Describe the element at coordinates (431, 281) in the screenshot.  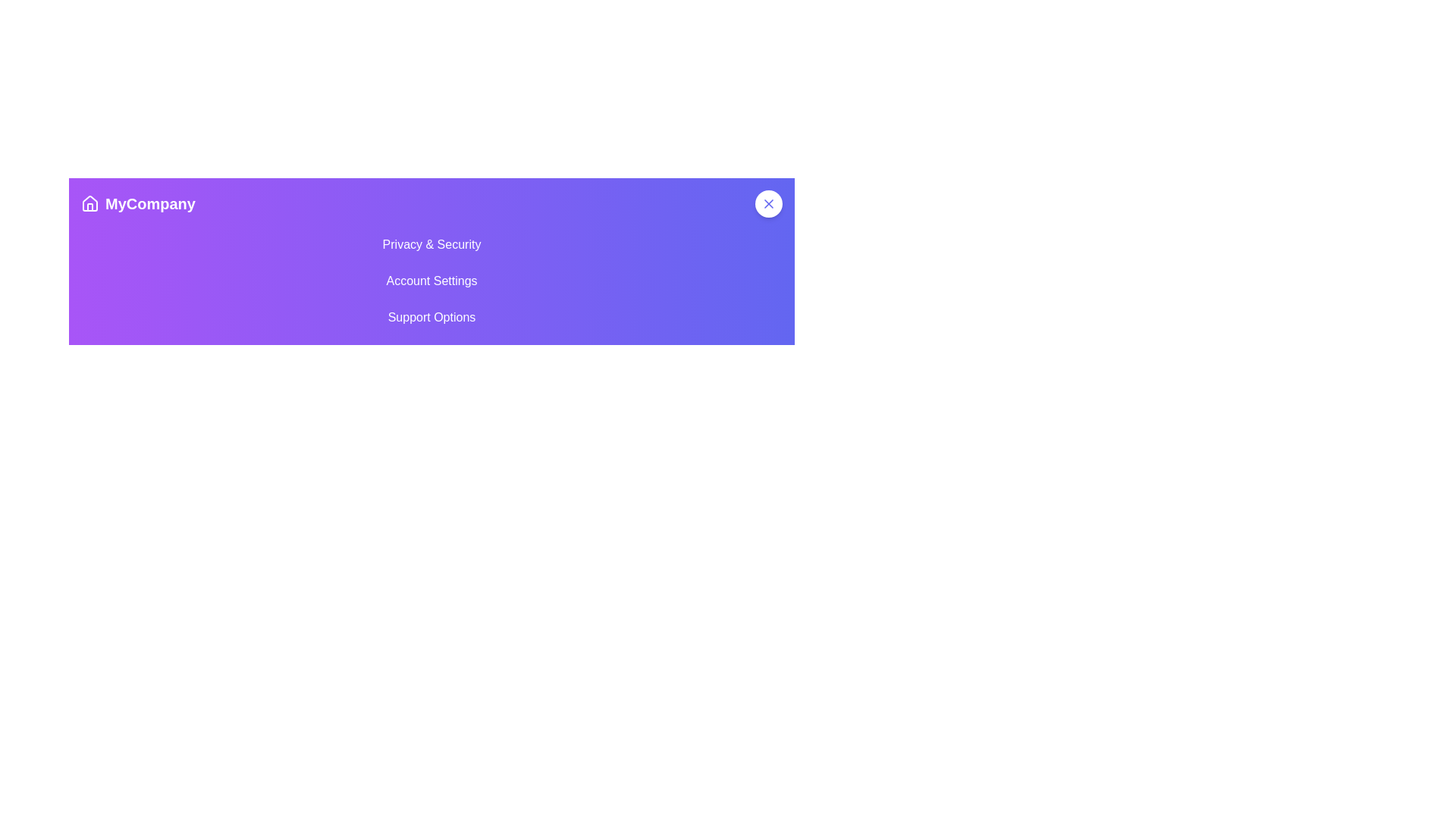
I see `the vertical text list element that contains 'Privacy & Security', 'Account Settings', and 'Support Options'` at that location.